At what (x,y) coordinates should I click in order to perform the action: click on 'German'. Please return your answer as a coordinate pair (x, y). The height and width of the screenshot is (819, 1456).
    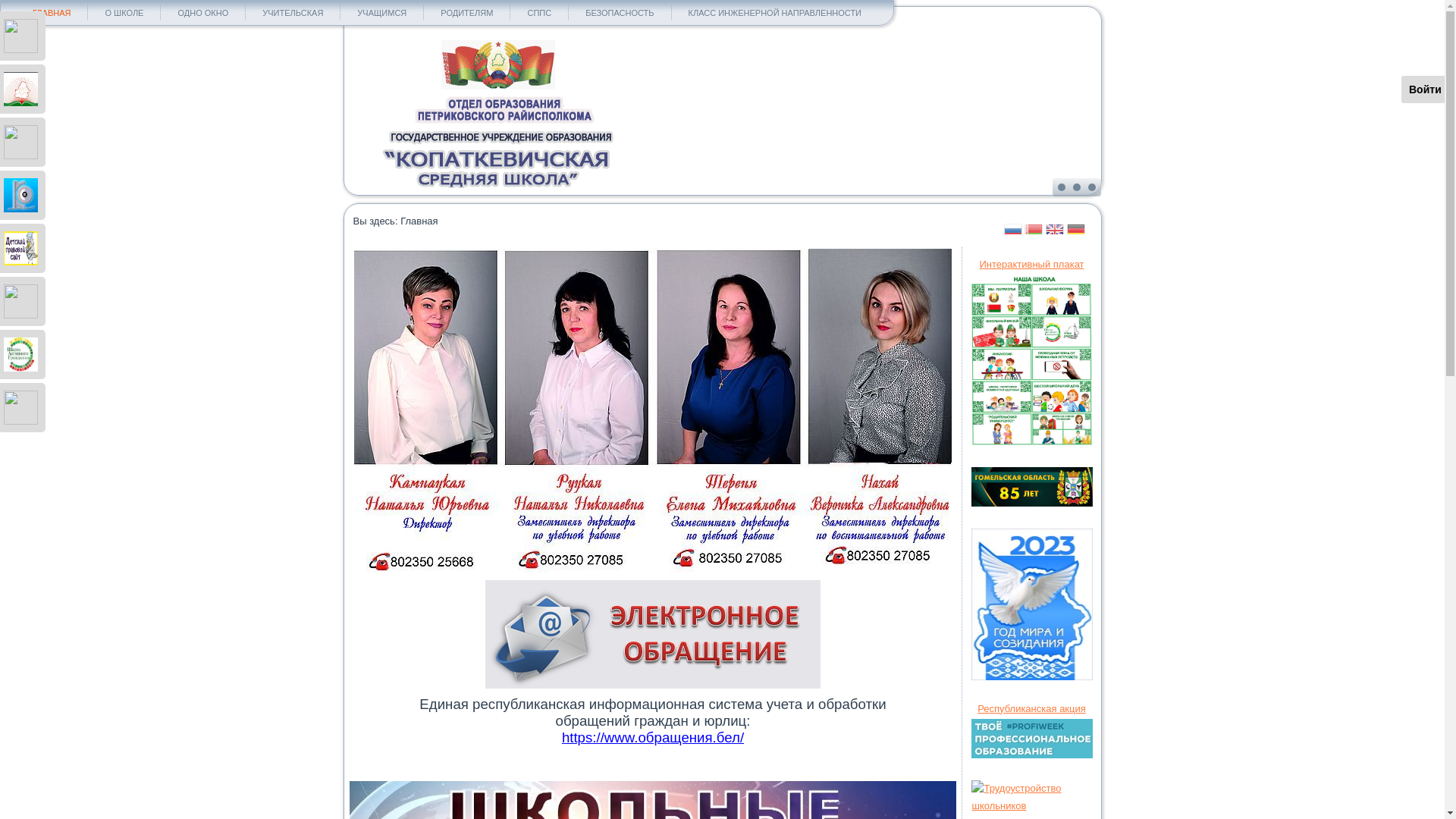
    Looking at the image, I should click on (1075, 227).